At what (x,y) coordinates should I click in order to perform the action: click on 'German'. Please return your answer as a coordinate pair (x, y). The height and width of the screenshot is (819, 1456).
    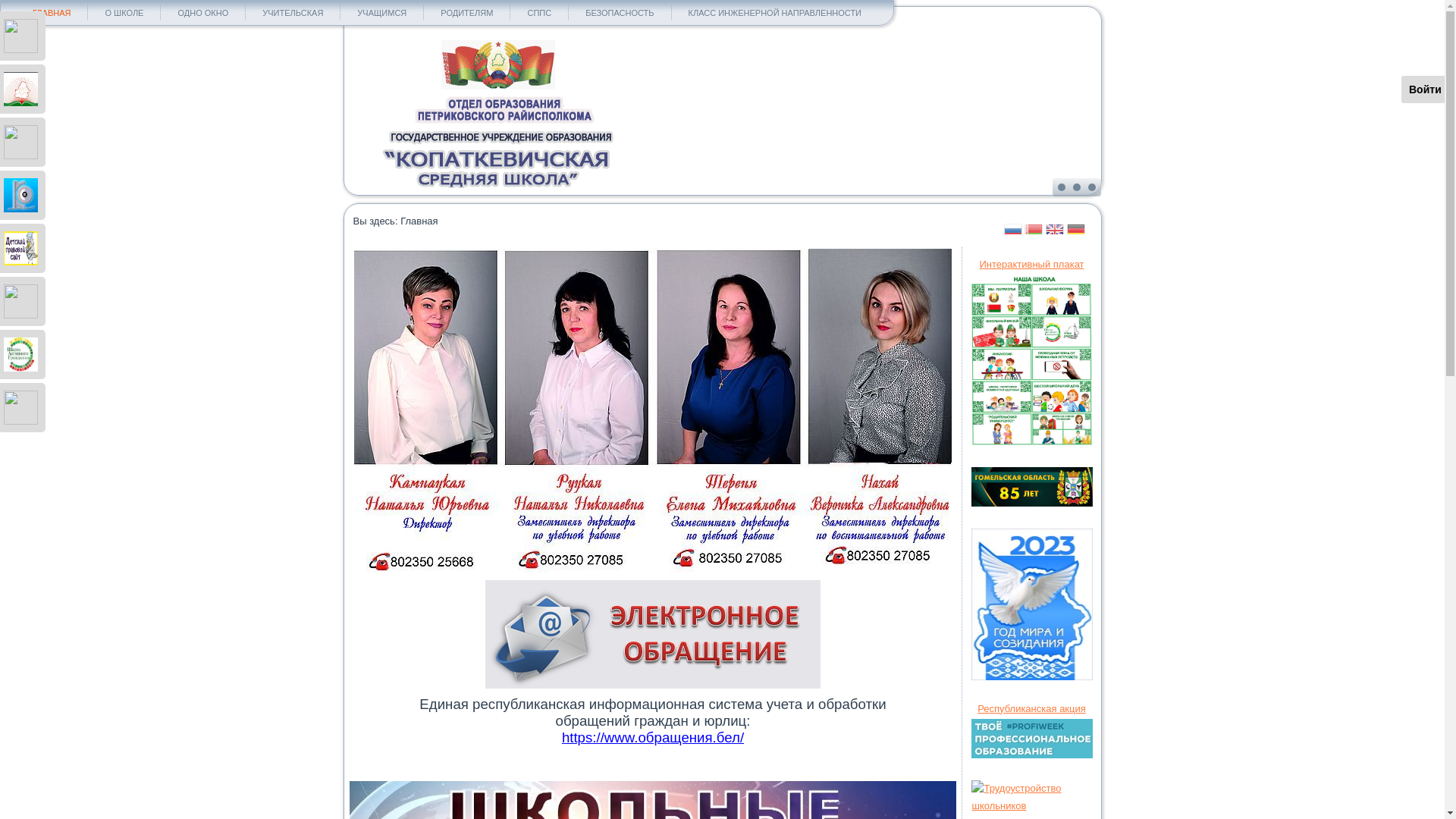
    Looking at the image, I should click on (1075, 227).